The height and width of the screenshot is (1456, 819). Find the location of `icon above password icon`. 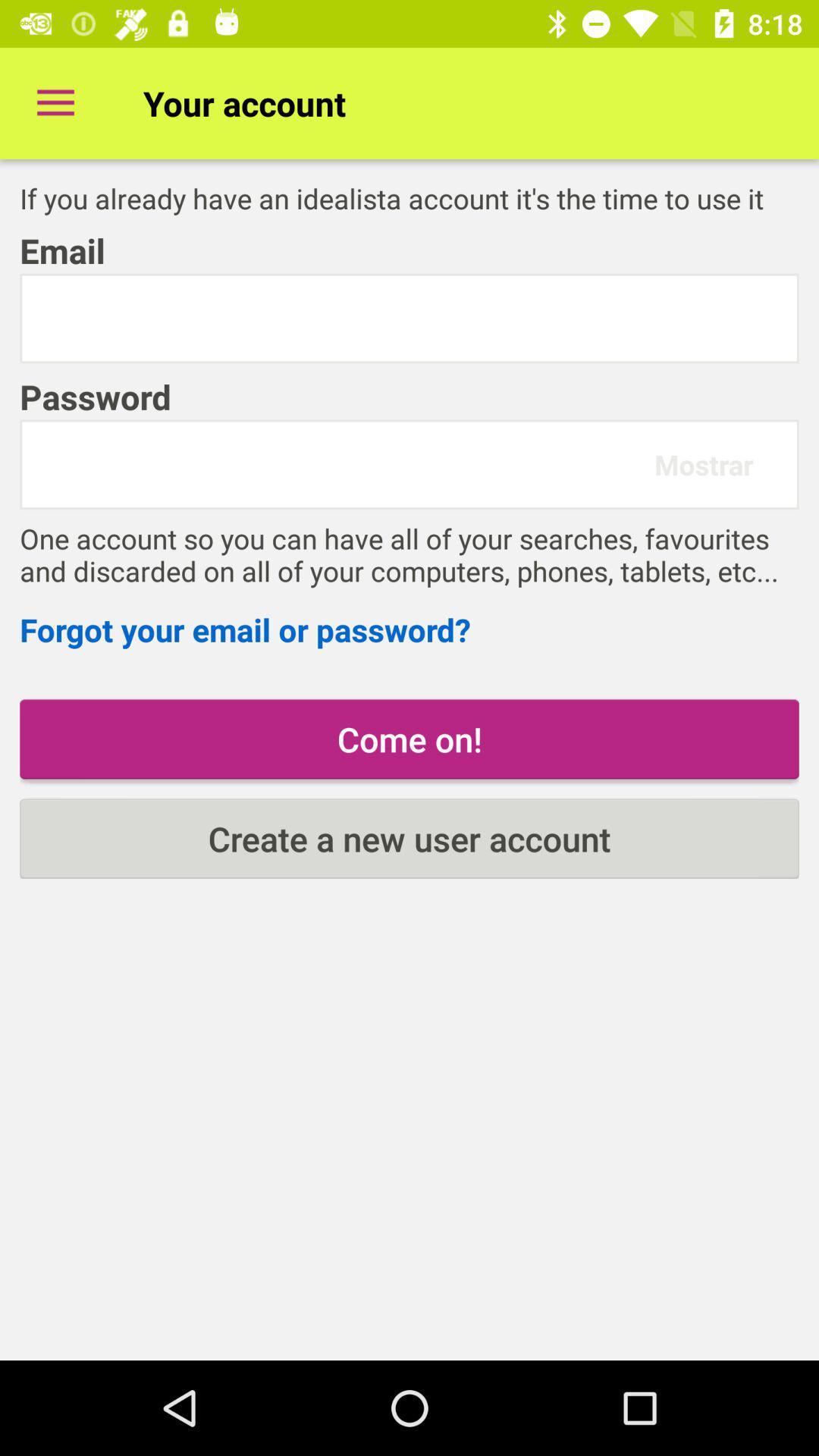

icon above password icon is located at coordinates (409, 318).